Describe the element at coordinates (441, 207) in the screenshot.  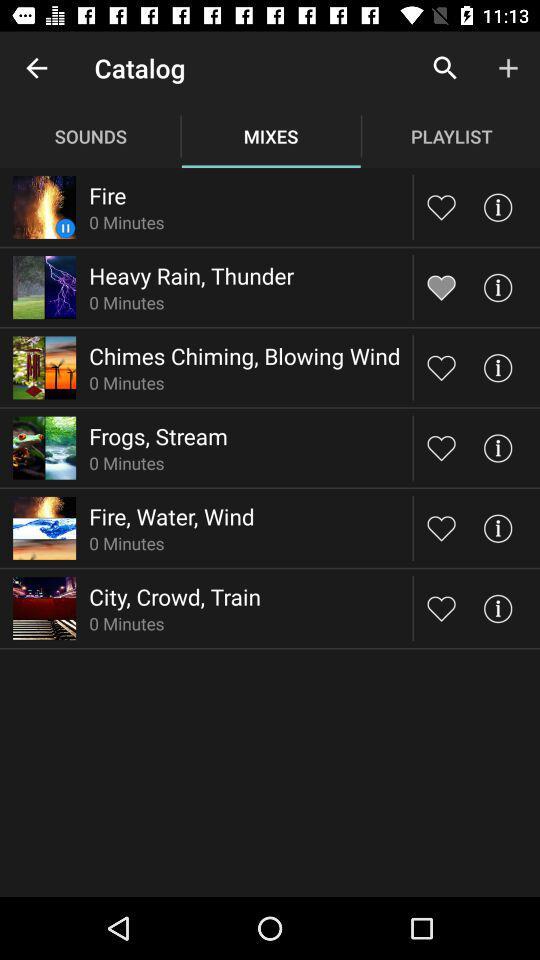
I see `to favorites` at that location.